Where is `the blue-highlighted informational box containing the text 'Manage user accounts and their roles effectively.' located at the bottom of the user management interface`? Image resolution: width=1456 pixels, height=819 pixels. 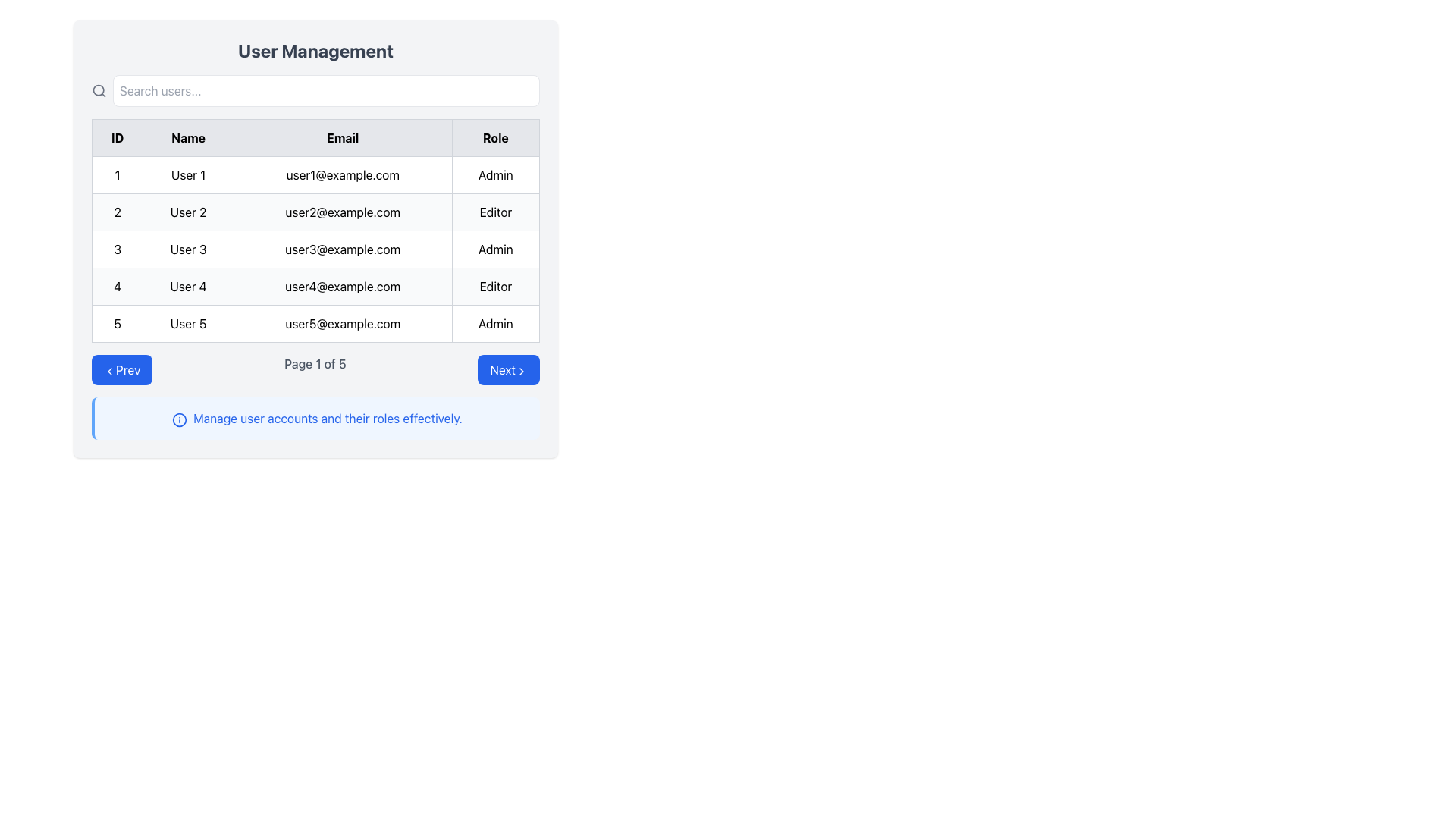
the blue-highlighted informational box containing the text 'Manage user accounts and their roles effectively.' located at the bottom of the user management interface is located at coordinates (315, 418).